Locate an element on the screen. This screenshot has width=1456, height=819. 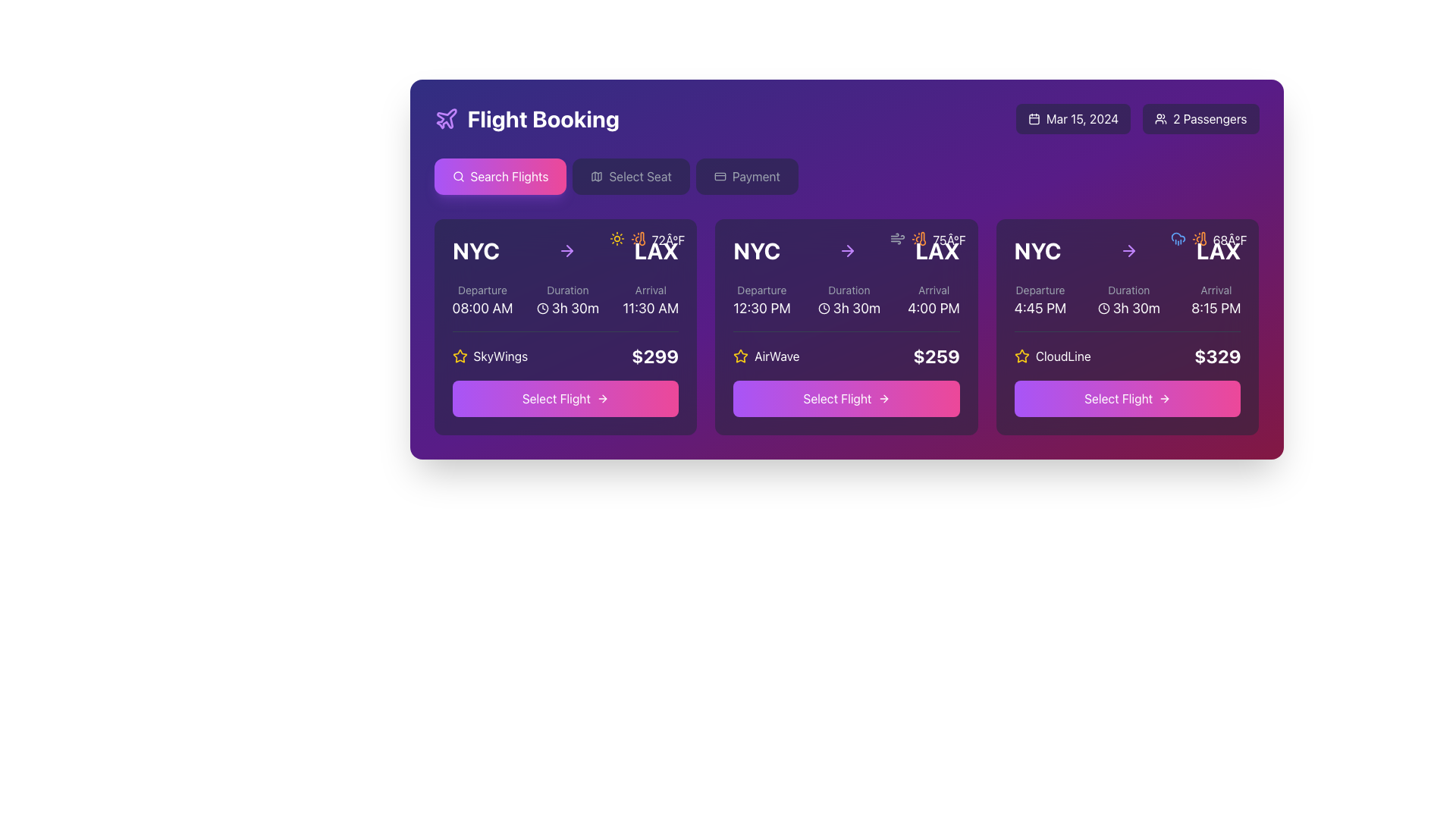
the text element displaying the temperature value '75°F', which is styled with white text on a purple background and located on the right side of the middle card in a row of flight options is located at coordinates (949, 239).